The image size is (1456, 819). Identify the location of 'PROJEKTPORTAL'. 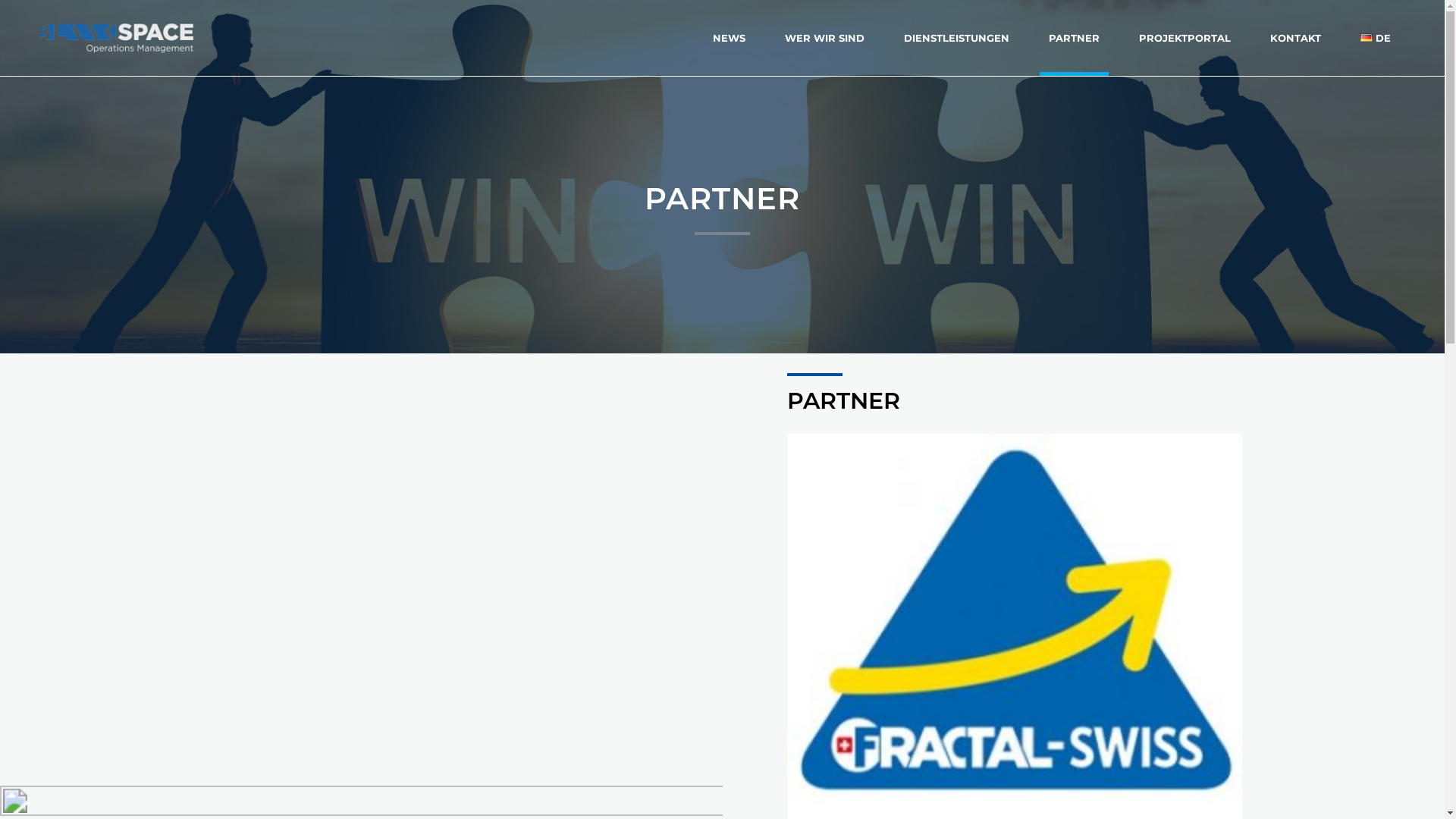
(1184, 37).